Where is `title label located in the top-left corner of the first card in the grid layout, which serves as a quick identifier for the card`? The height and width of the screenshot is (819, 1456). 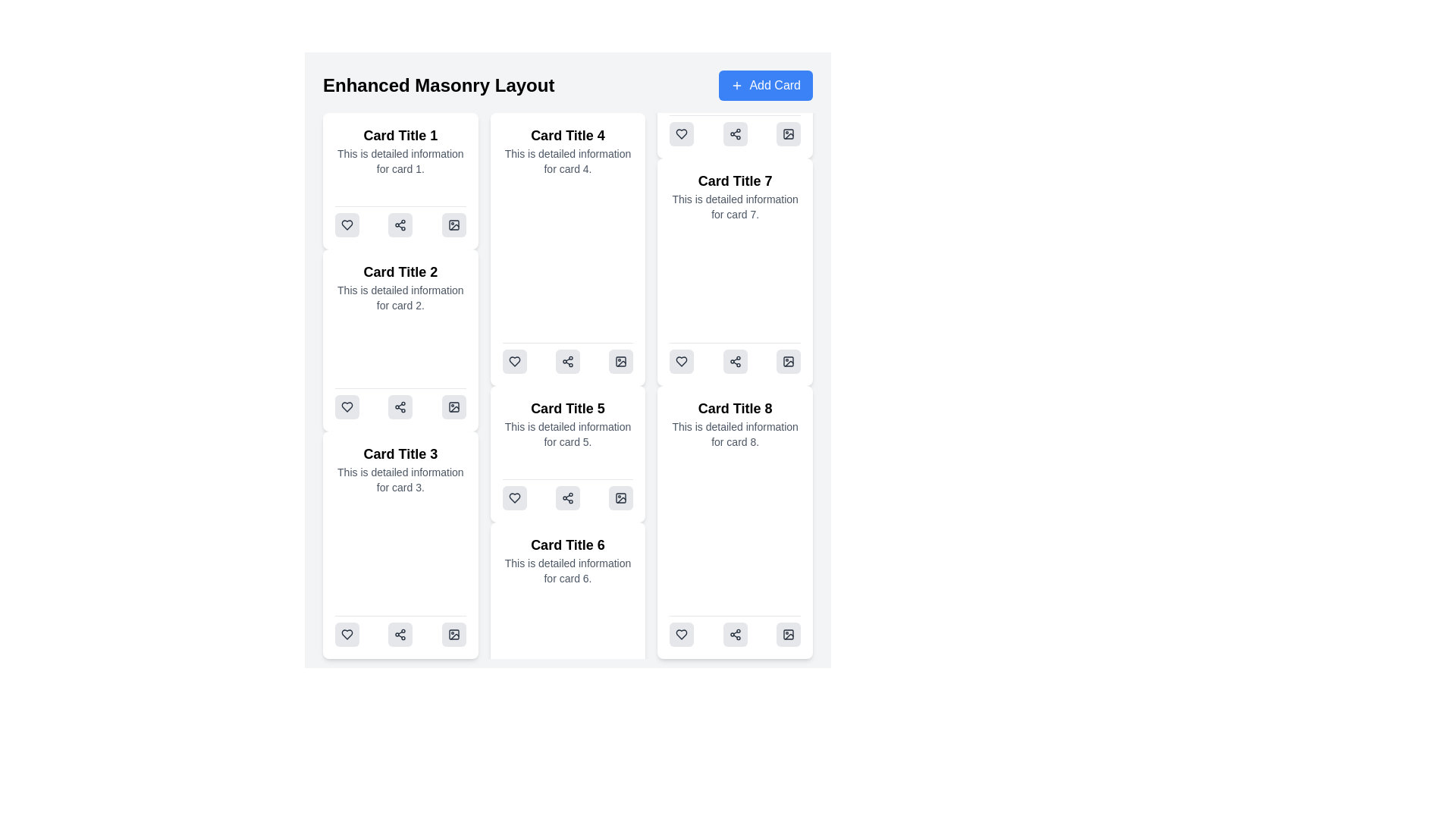
title label located in the top-left corner of the first card in the grid layout, which serves as a quick identifier for the card is located at coordinates (400, 134).